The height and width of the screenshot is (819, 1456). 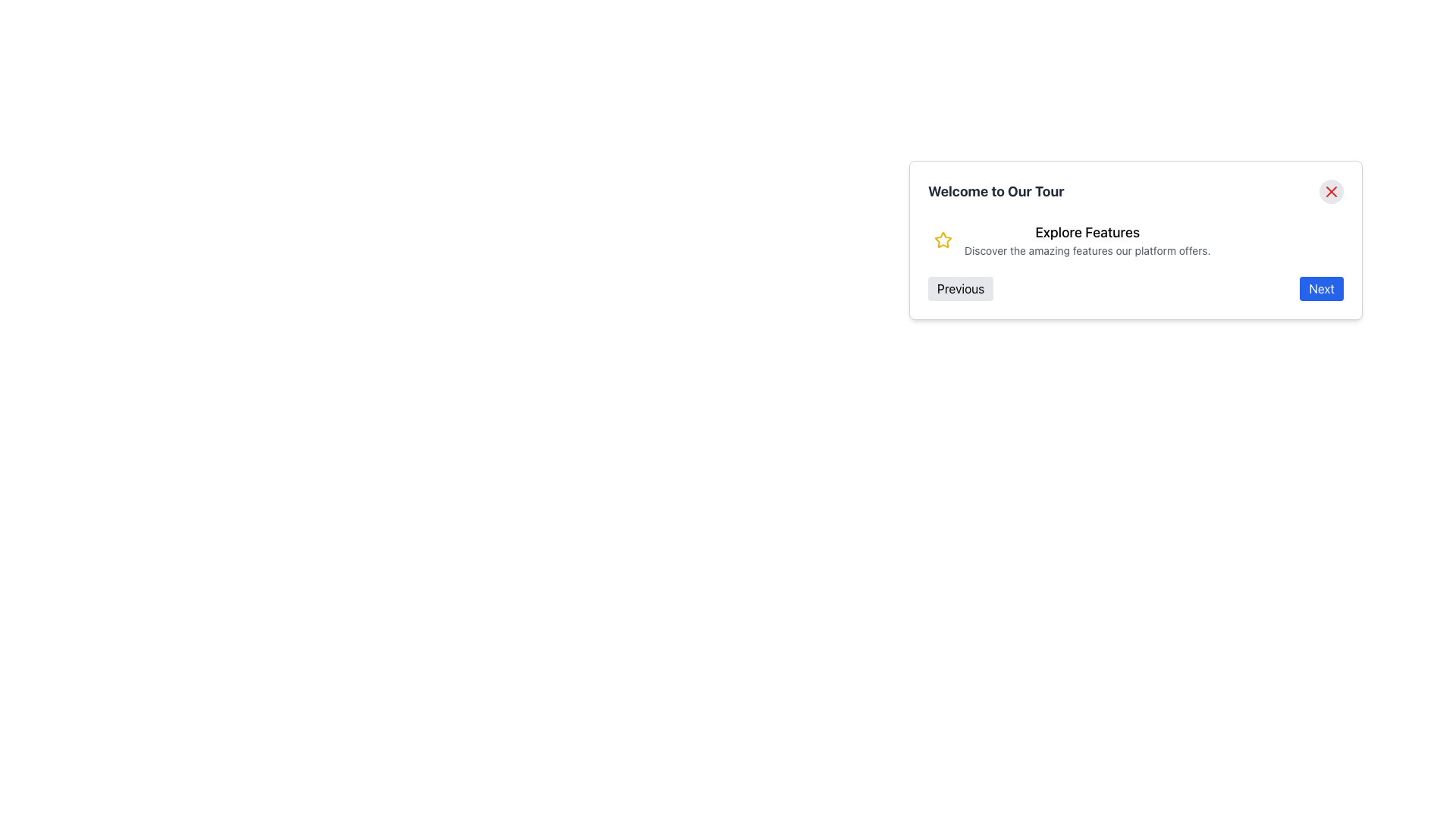 I want to click on the circular button with a light-gray background and a red 'X' icon, located at the top-right corner of the 'Welcome to Our Tour' dialog box, so click(x=1331, y=191).